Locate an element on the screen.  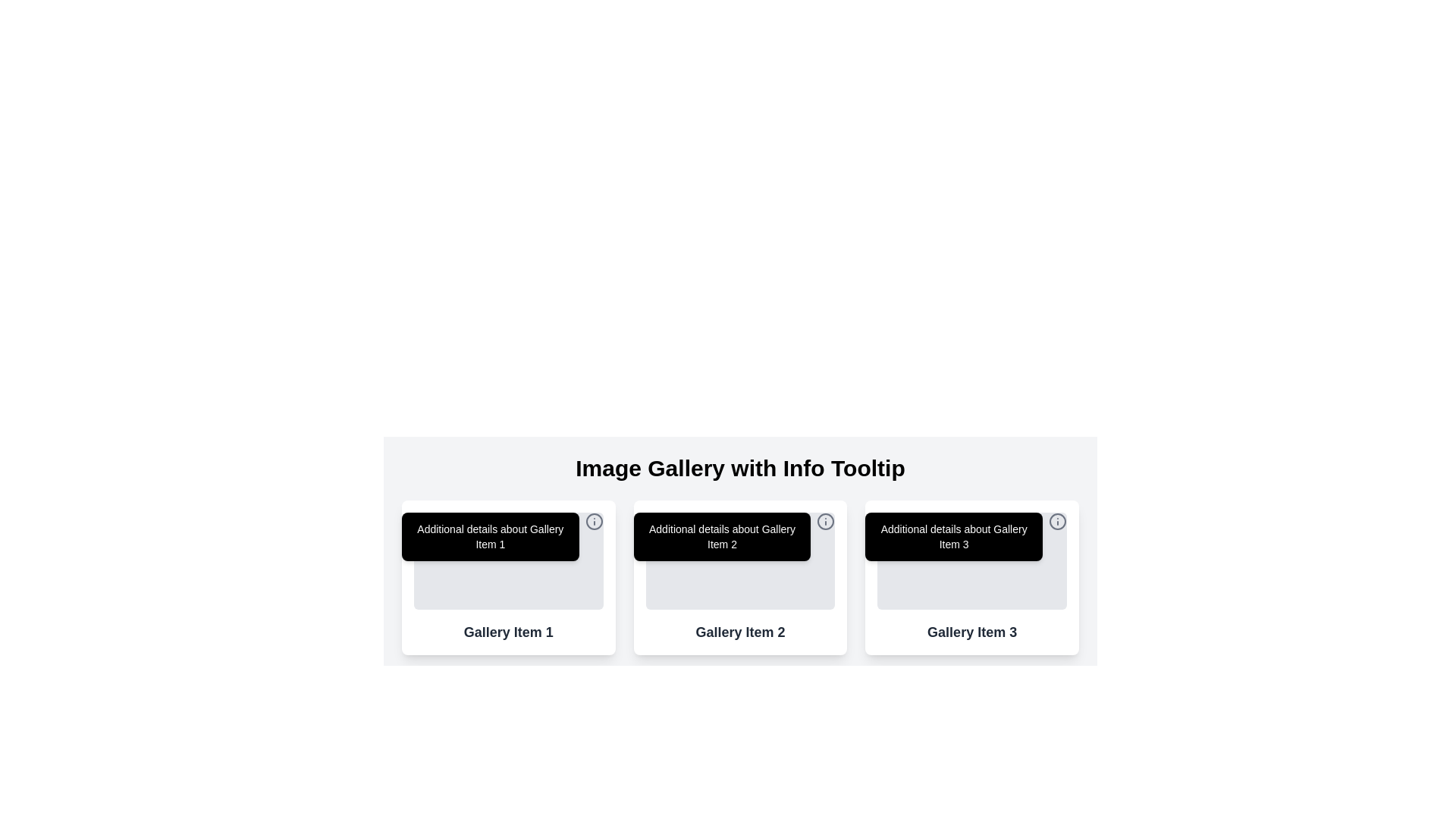
the info indicator icon located at the top-right corner of 'Gallery Item 3' is located at coordinates (1057, 520).